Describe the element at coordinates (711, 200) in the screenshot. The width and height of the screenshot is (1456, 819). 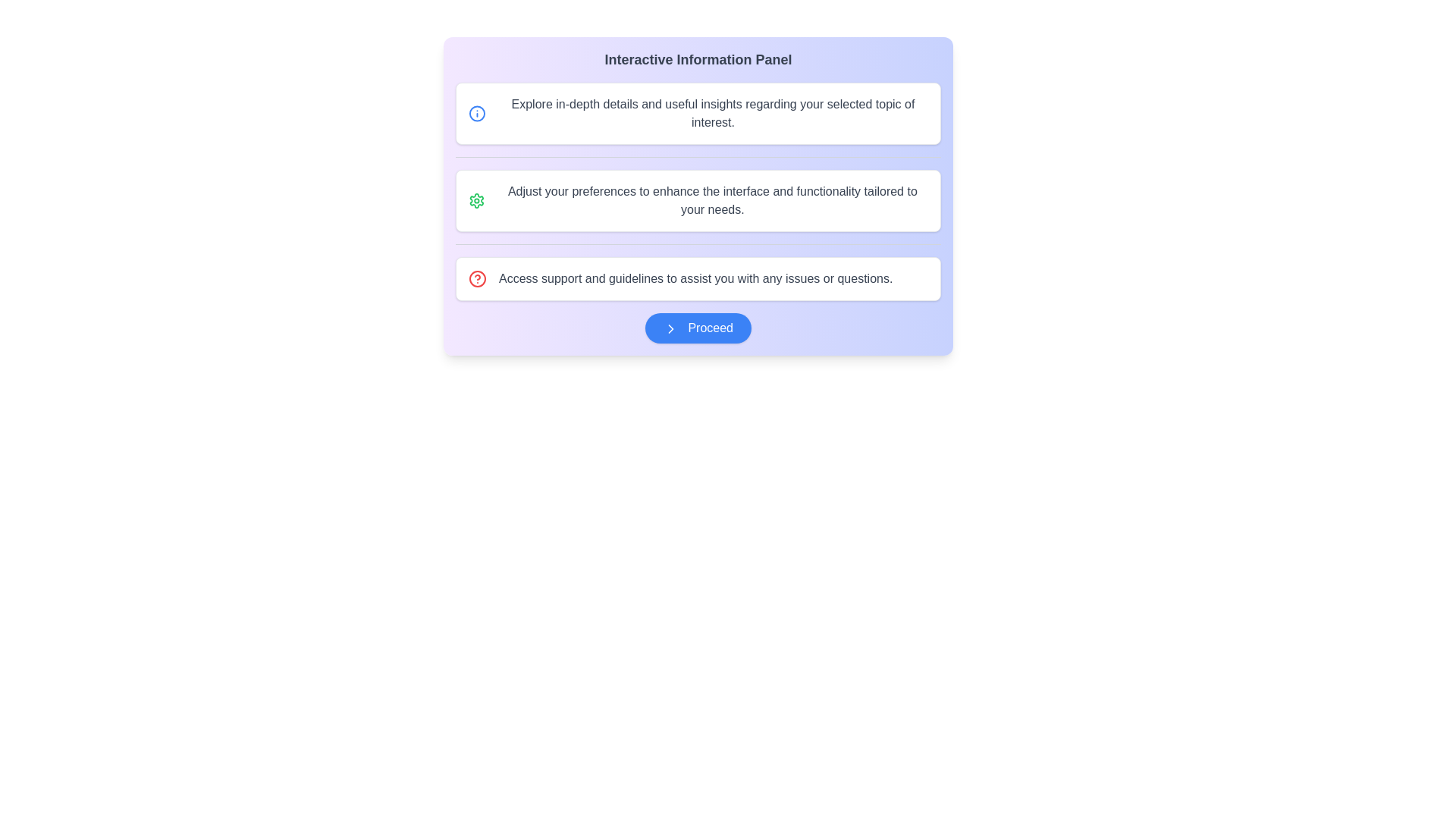
I see `the text block that provides users with guidance or instructions for interface customization, located in the second of three vertical white rectangular containers, with a green icon to the left` at that location.